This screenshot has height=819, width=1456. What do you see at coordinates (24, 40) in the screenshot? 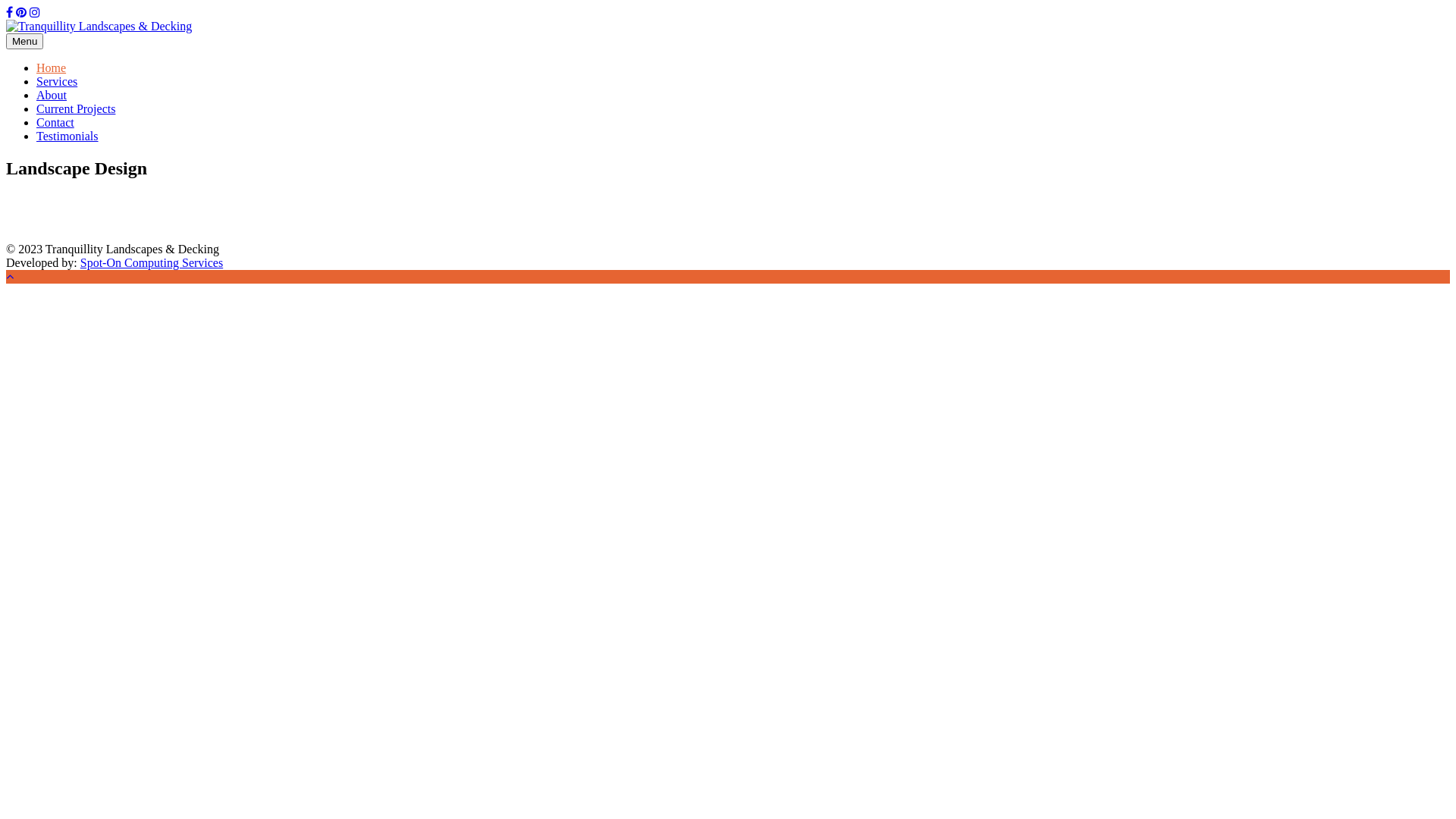
I see `'Menu'` at bounding box center [24, 40].